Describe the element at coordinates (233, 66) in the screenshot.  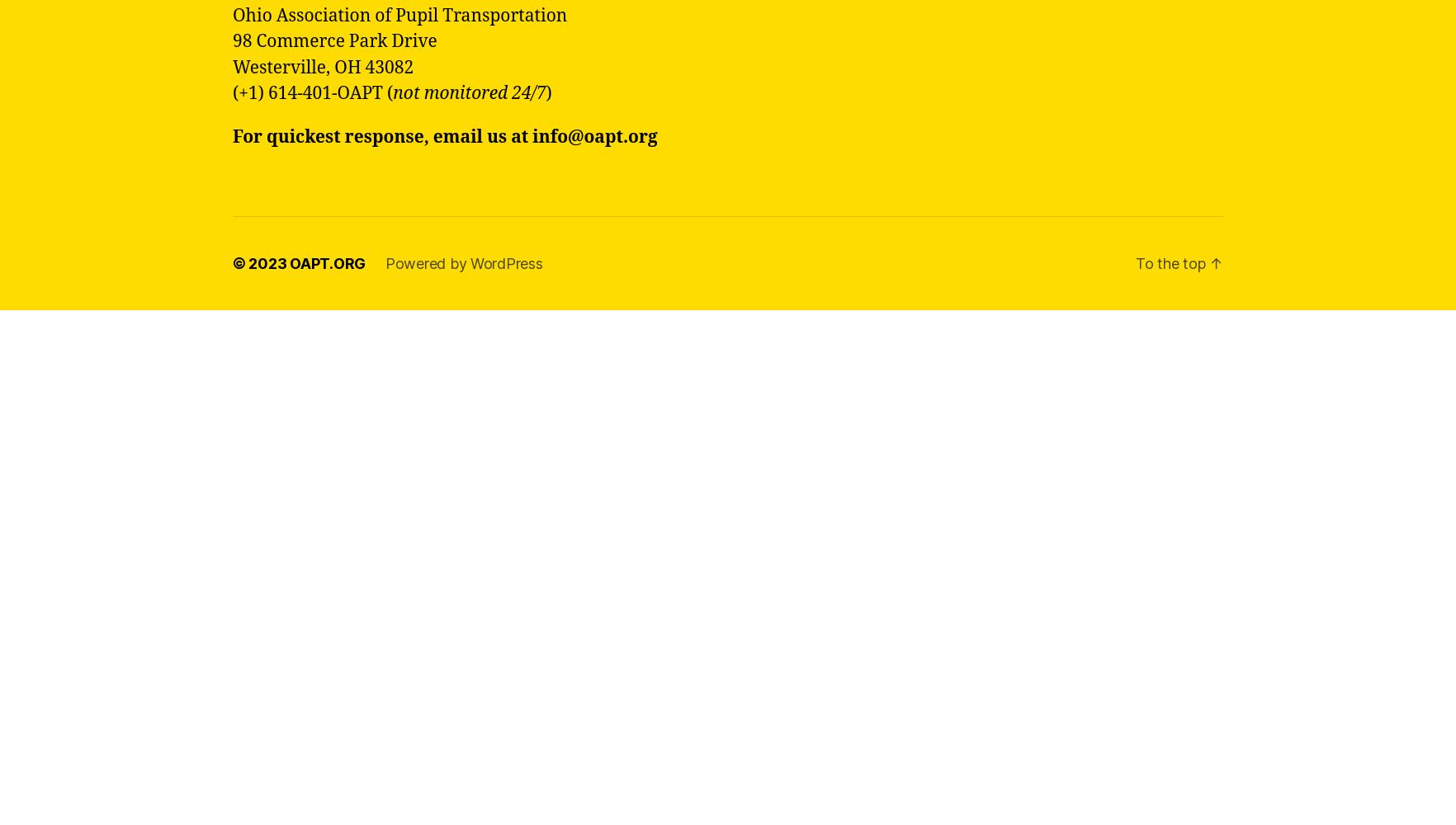
I see `'Westerville, OH 43082'` at that location.